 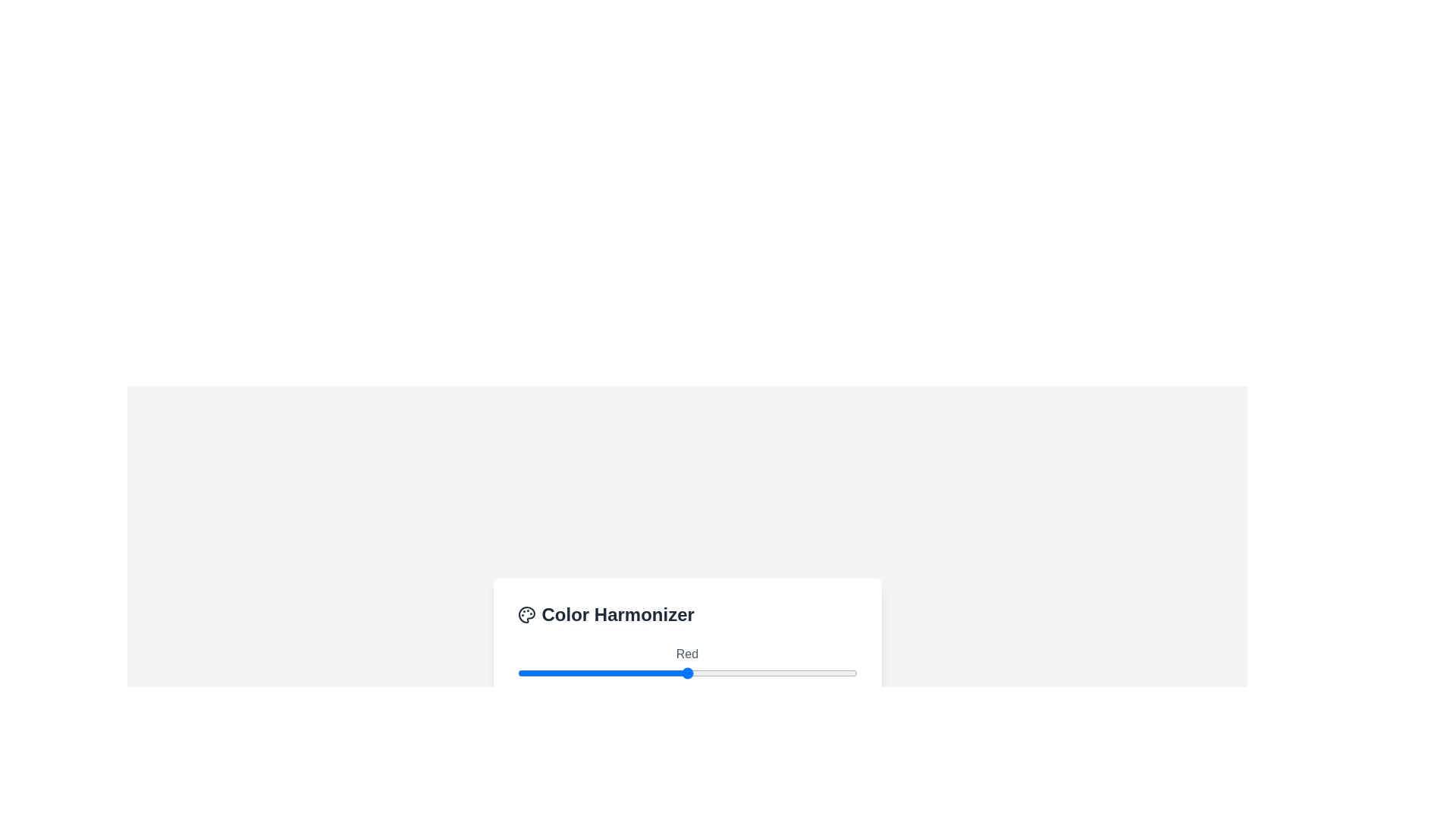 I want to click on the red slider to set its value to 108, so click(x=661, y=672).